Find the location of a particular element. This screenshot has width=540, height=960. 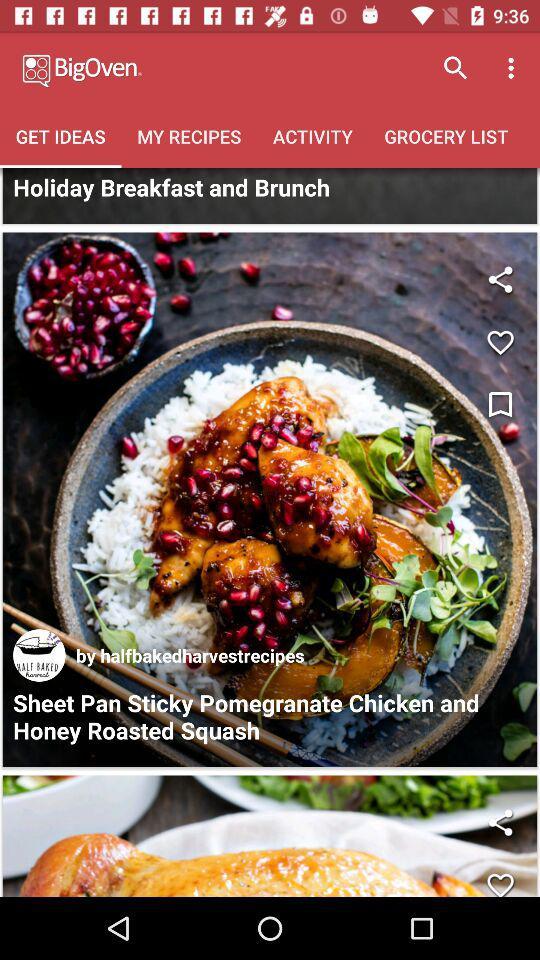

press to bookmark is located at coordinates (499, 404).